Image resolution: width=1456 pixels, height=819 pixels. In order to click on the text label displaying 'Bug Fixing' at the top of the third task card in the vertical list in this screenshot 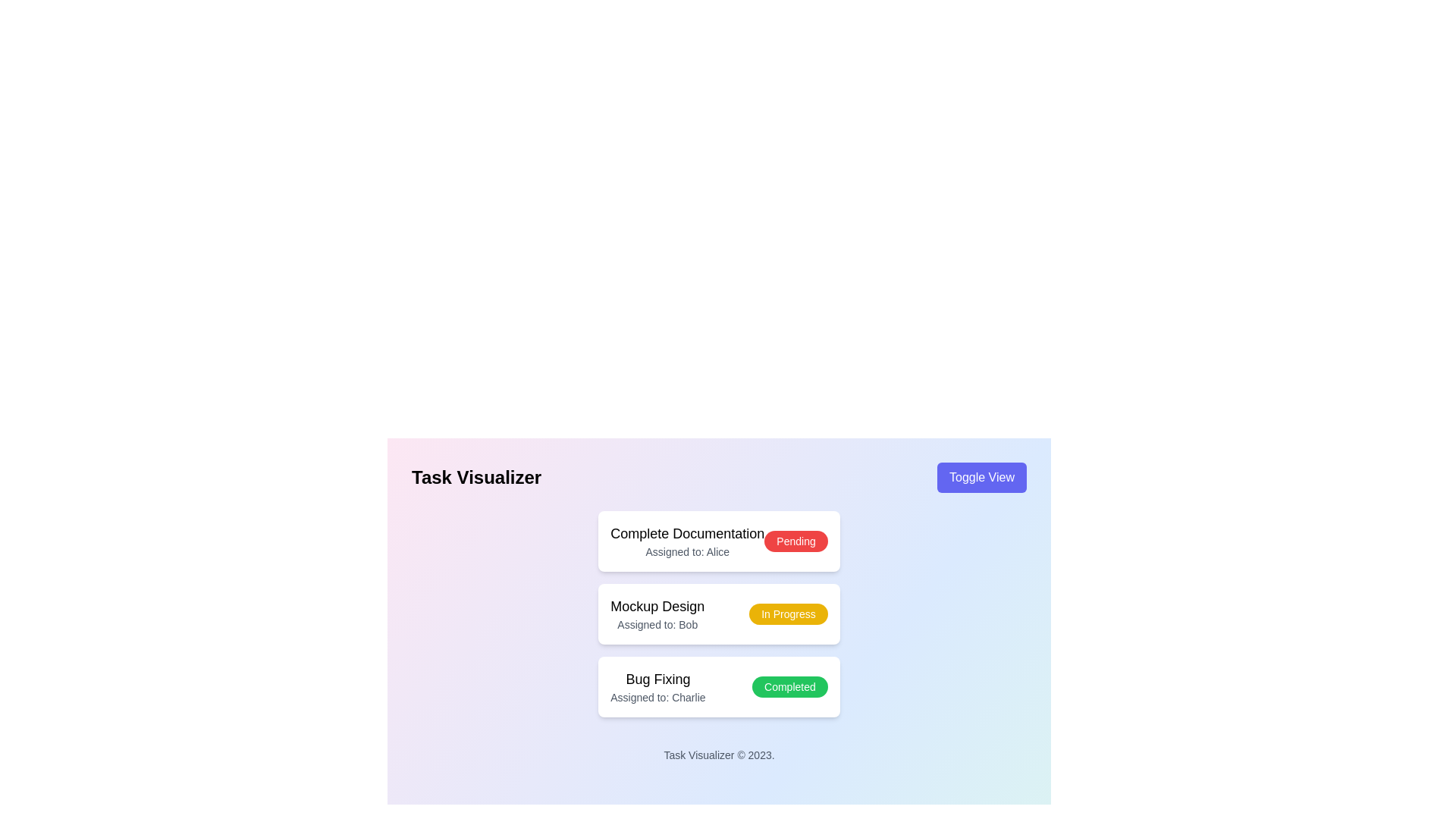, I will do `click(657, 678)`.